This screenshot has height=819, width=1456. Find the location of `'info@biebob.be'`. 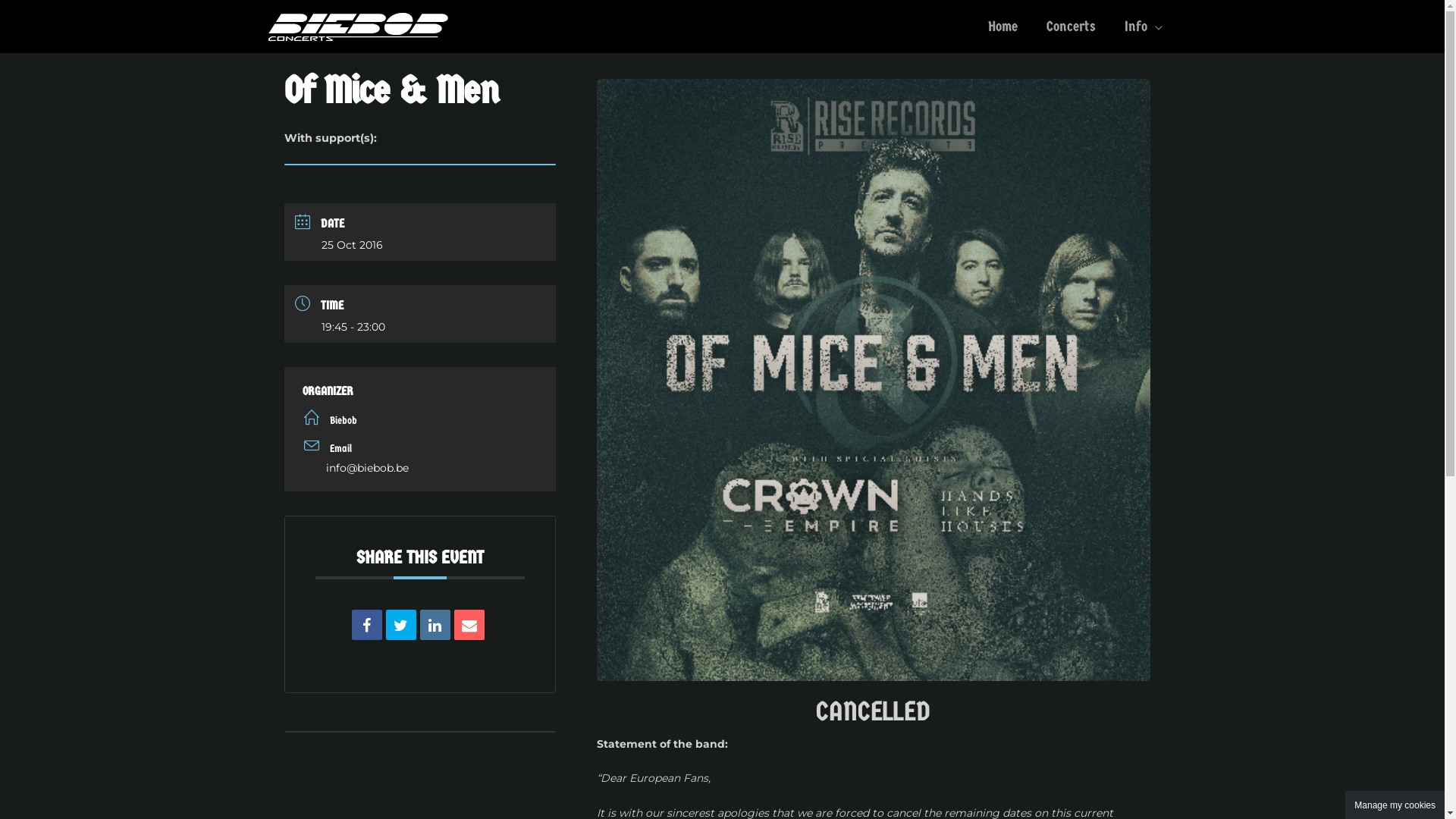

'info@biebob.be' is located at coordinates (294, 467).